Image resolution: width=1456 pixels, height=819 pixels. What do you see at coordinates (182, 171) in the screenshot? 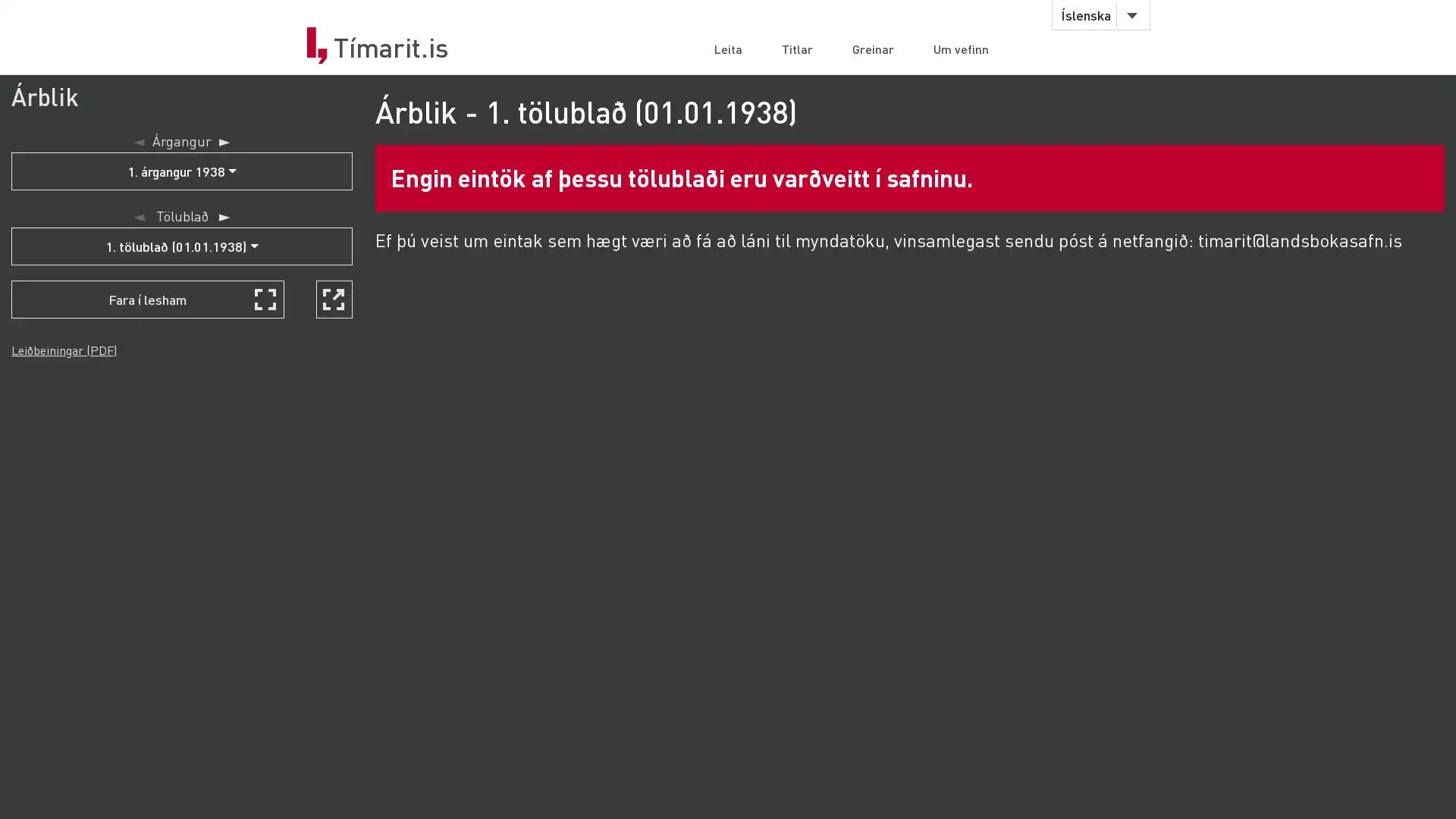
I see `1. argangur 1938` at bounding box center [182, 171].